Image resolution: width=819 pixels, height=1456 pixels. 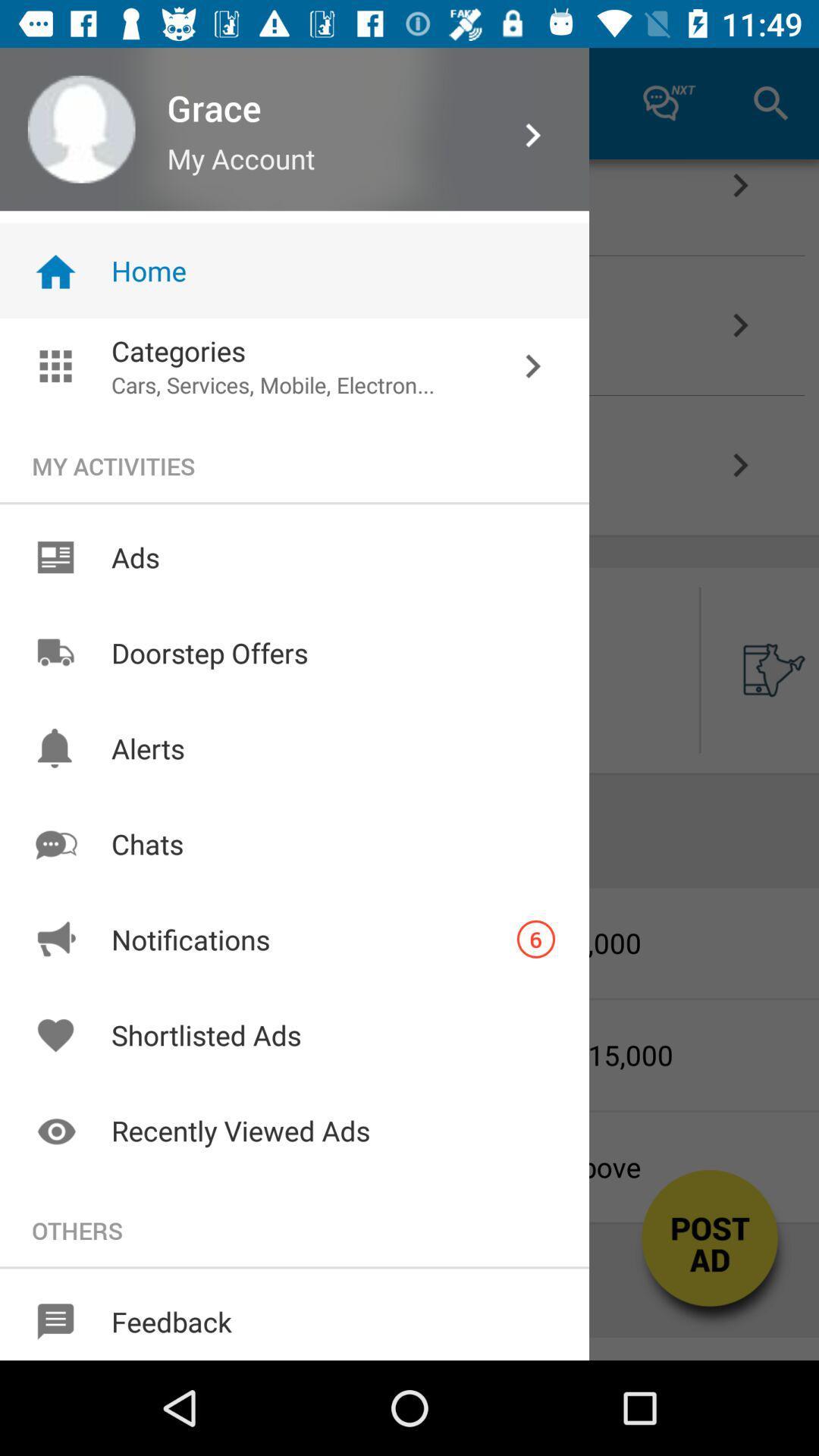 I want to click on the icon which is left side of the doorstep offers, so click(x=55, y=653).